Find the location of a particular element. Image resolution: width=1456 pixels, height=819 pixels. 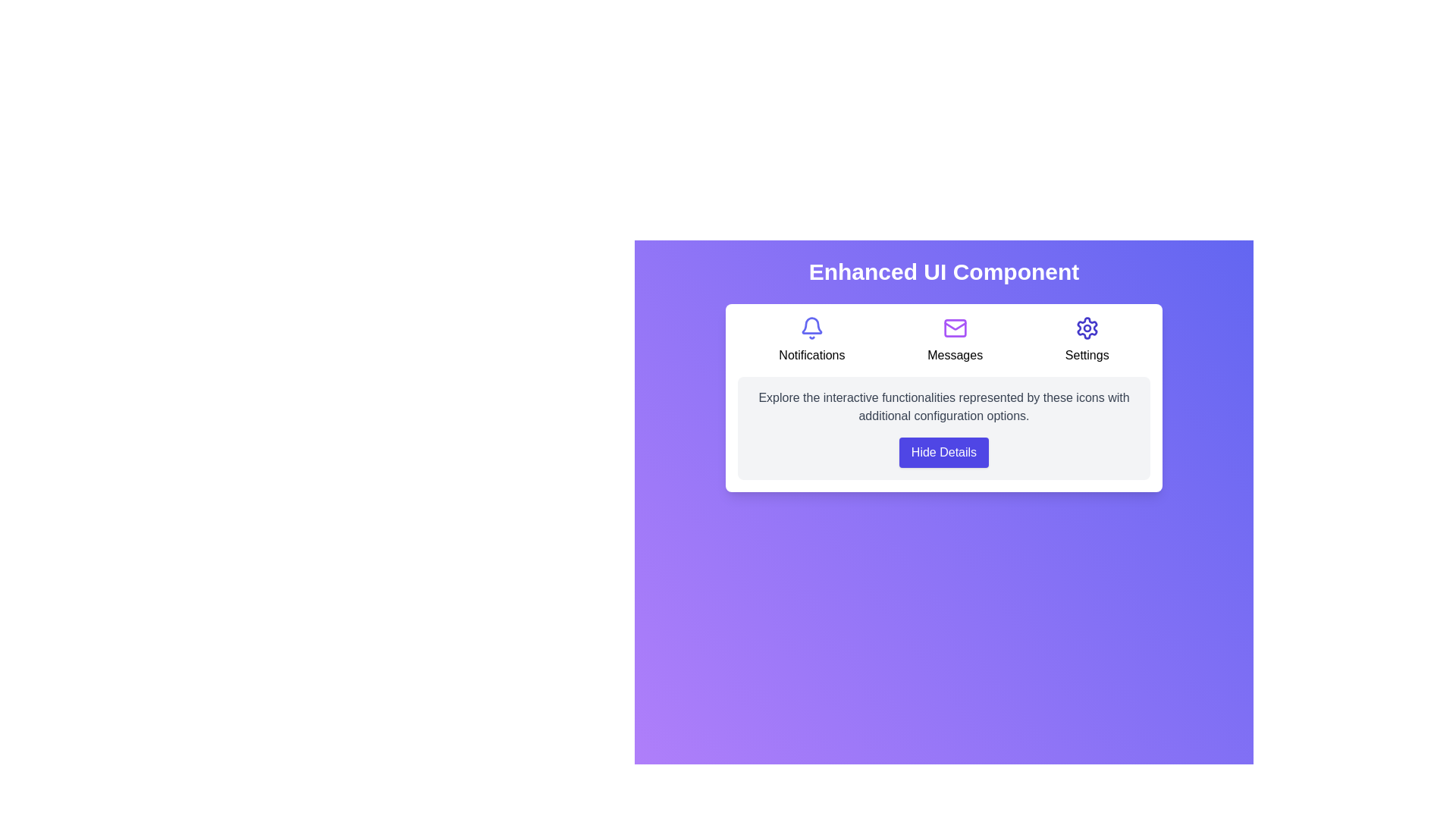

the 'Messages' button, which features a mail icon with a purple outline above the text 'Messages', located between 'Notifications' and 'Settings' within a white card in a purple-themed interface is located at coordinates (954, 339).